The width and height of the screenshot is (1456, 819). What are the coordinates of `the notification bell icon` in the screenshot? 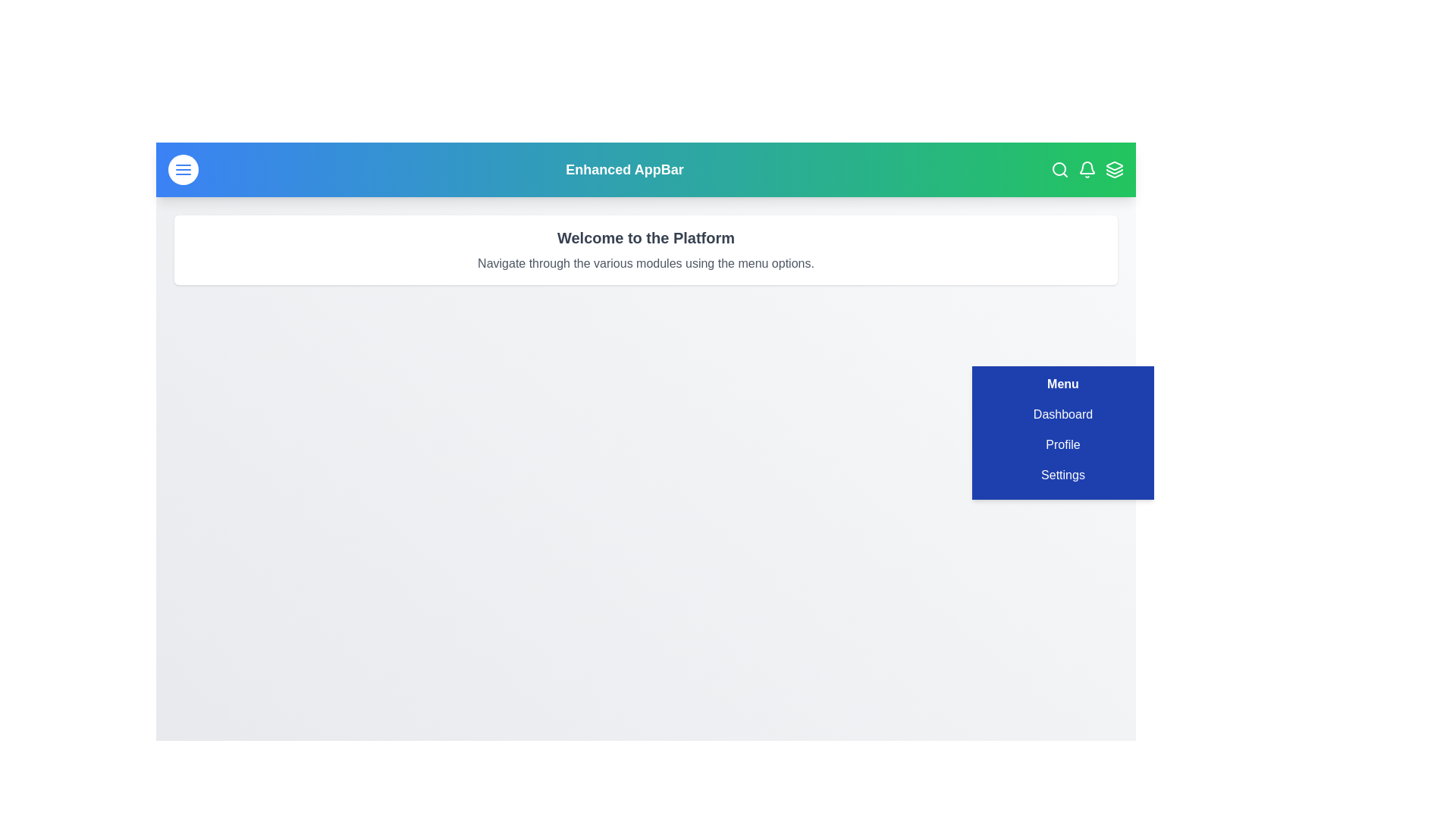 It's located at (1087, 169).